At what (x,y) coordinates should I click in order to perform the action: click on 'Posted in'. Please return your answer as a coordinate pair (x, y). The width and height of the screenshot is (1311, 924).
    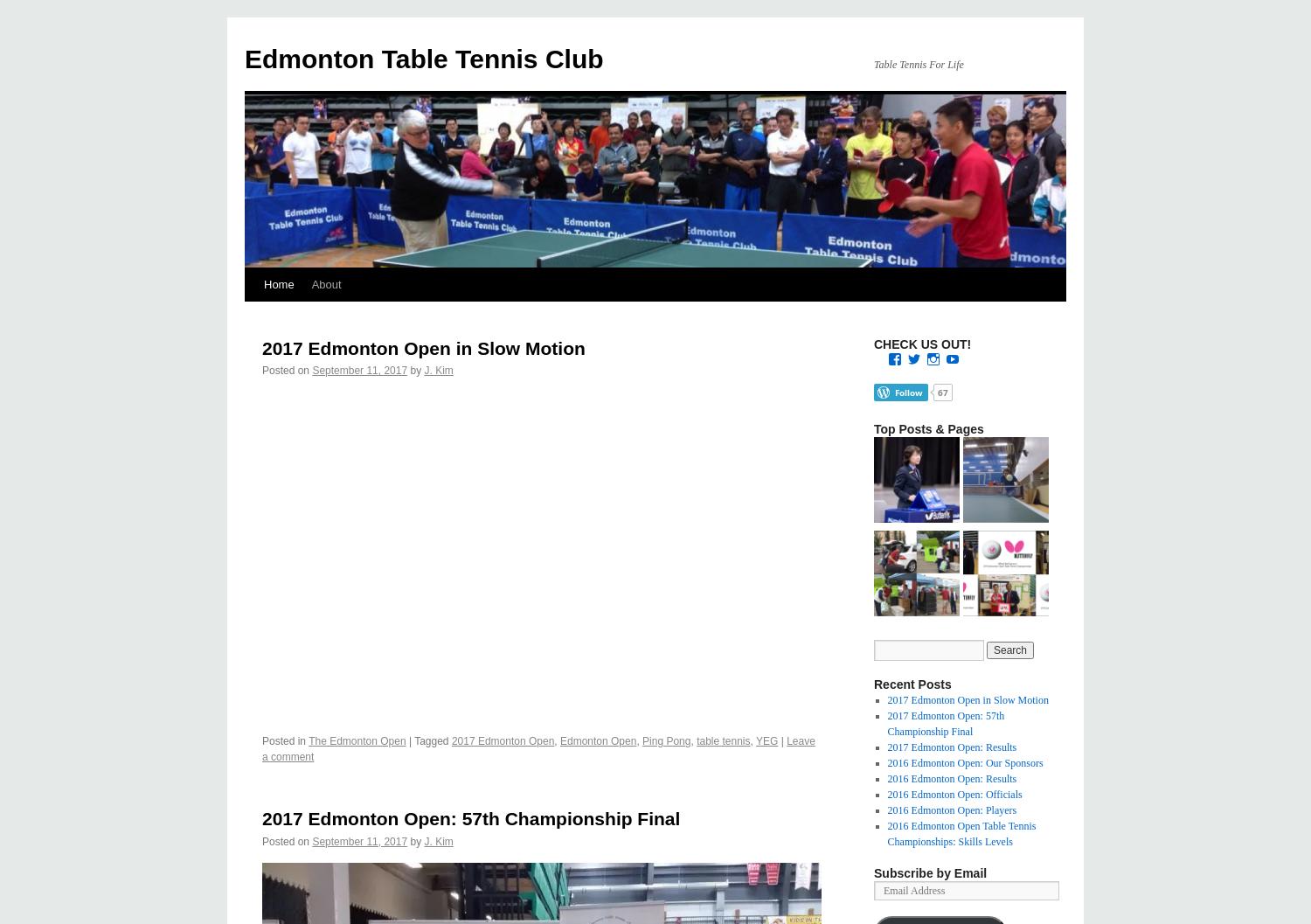
    Looking at the image, I should click on (283, 740).